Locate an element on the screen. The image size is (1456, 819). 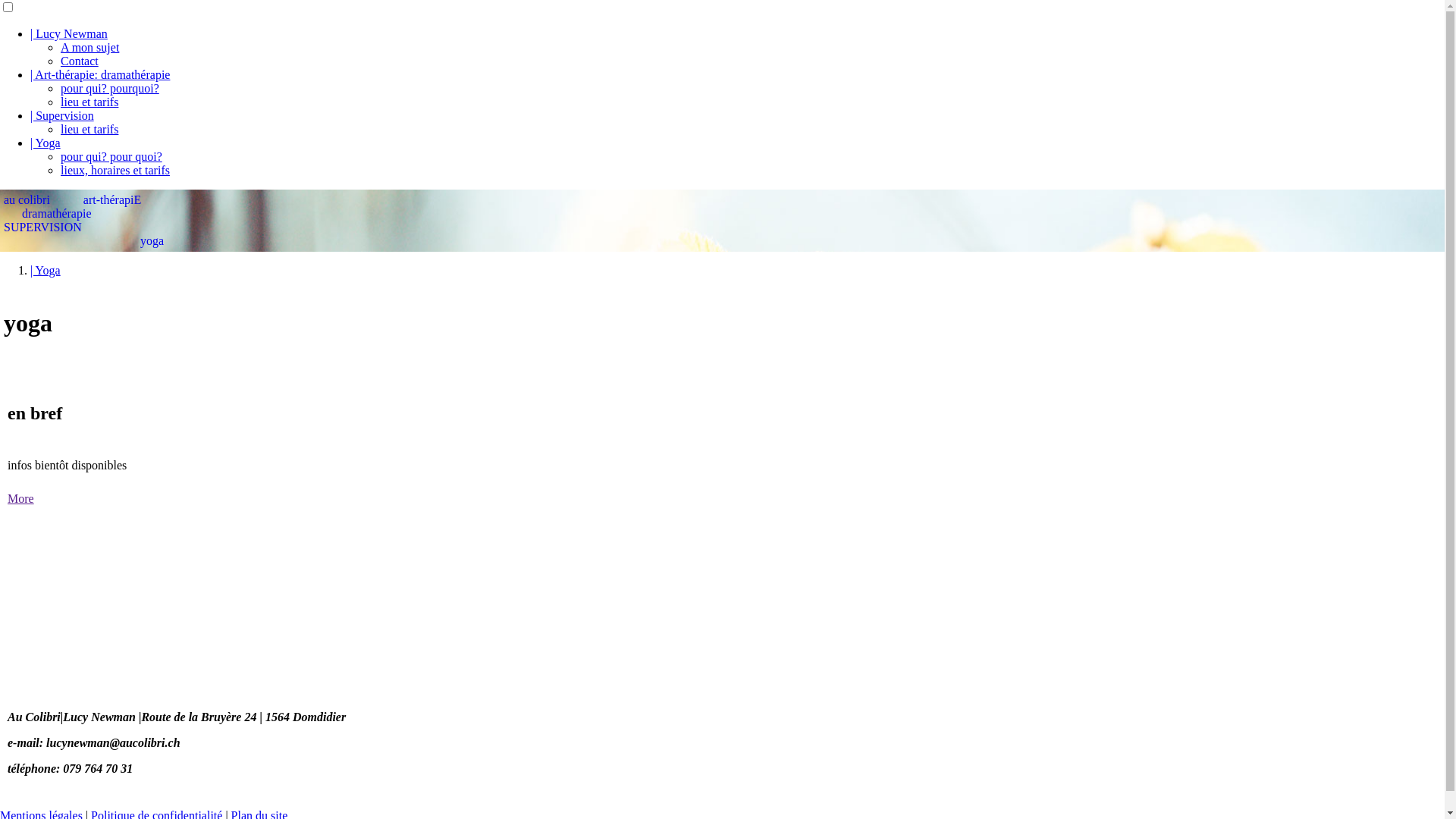
'| Lucy Newman' is located at coordinates (68, 33).